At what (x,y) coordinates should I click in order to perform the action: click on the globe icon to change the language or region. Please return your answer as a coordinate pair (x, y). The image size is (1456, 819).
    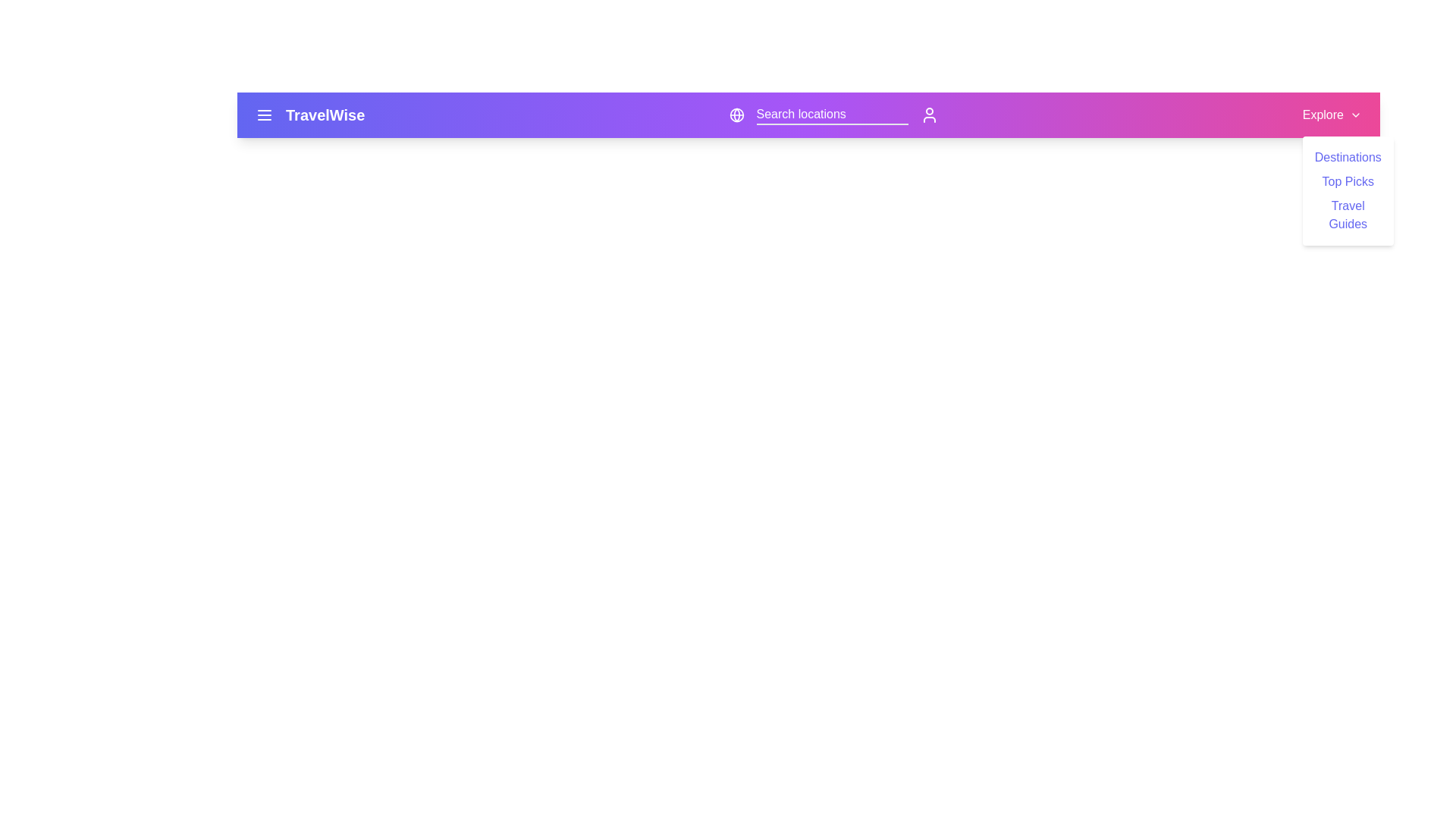
    Looking at the image, I should click on (736, 114).